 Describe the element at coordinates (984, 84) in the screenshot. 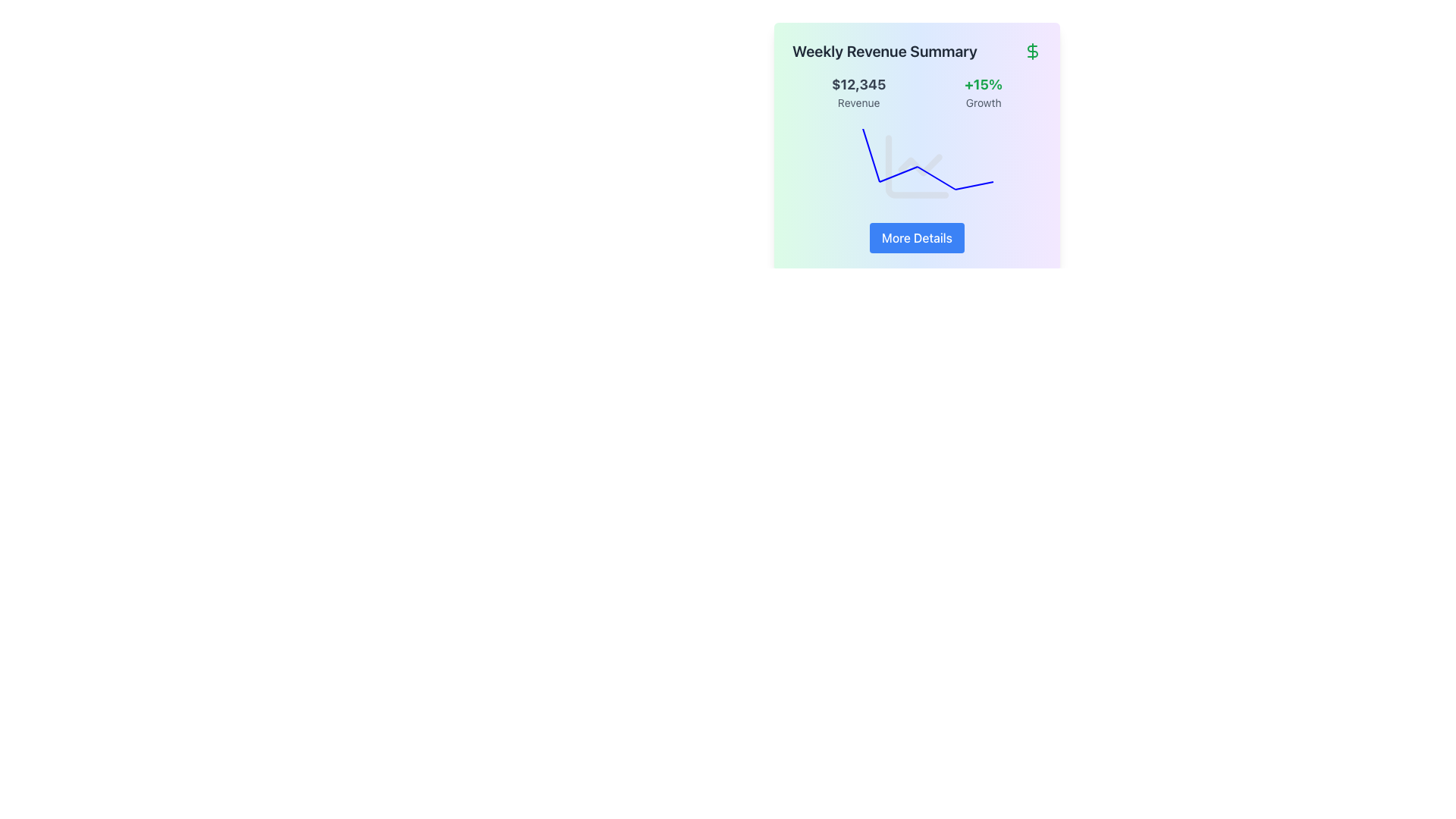

I see `the text label that visually represents a percentage increase in the upper-right section of a data summary card, above the text 'Growth'` at that location.